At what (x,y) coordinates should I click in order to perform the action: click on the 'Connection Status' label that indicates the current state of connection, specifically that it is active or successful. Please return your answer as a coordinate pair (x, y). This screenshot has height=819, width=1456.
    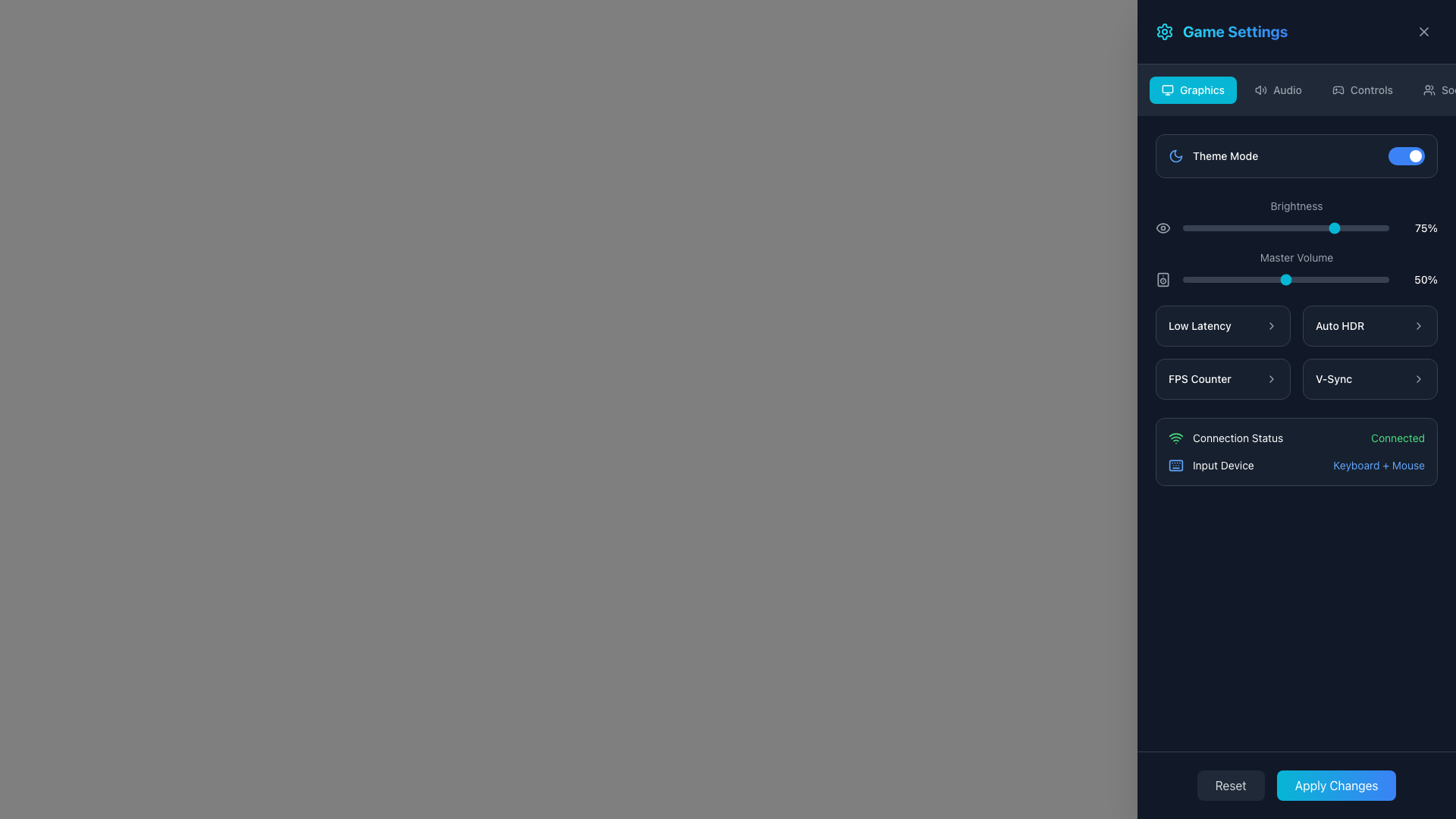
    Looking at the image, I should click on (1397, 438).